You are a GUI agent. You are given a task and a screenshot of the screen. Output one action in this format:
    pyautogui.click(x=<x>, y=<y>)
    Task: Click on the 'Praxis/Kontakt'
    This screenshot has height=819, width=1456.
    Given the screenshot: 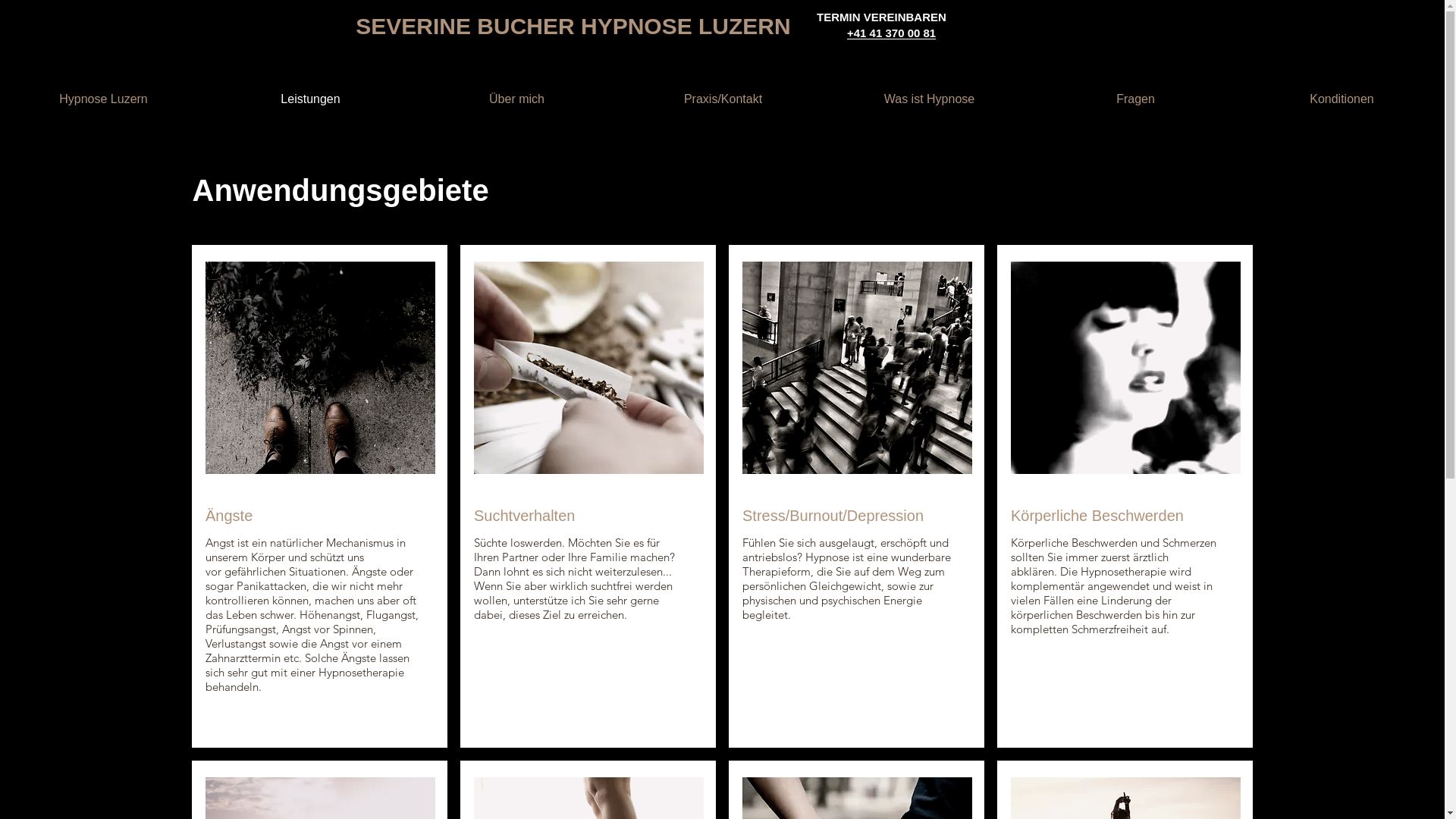 What is the action you would take?
    pyautogui.click(x=722, y=99)
    